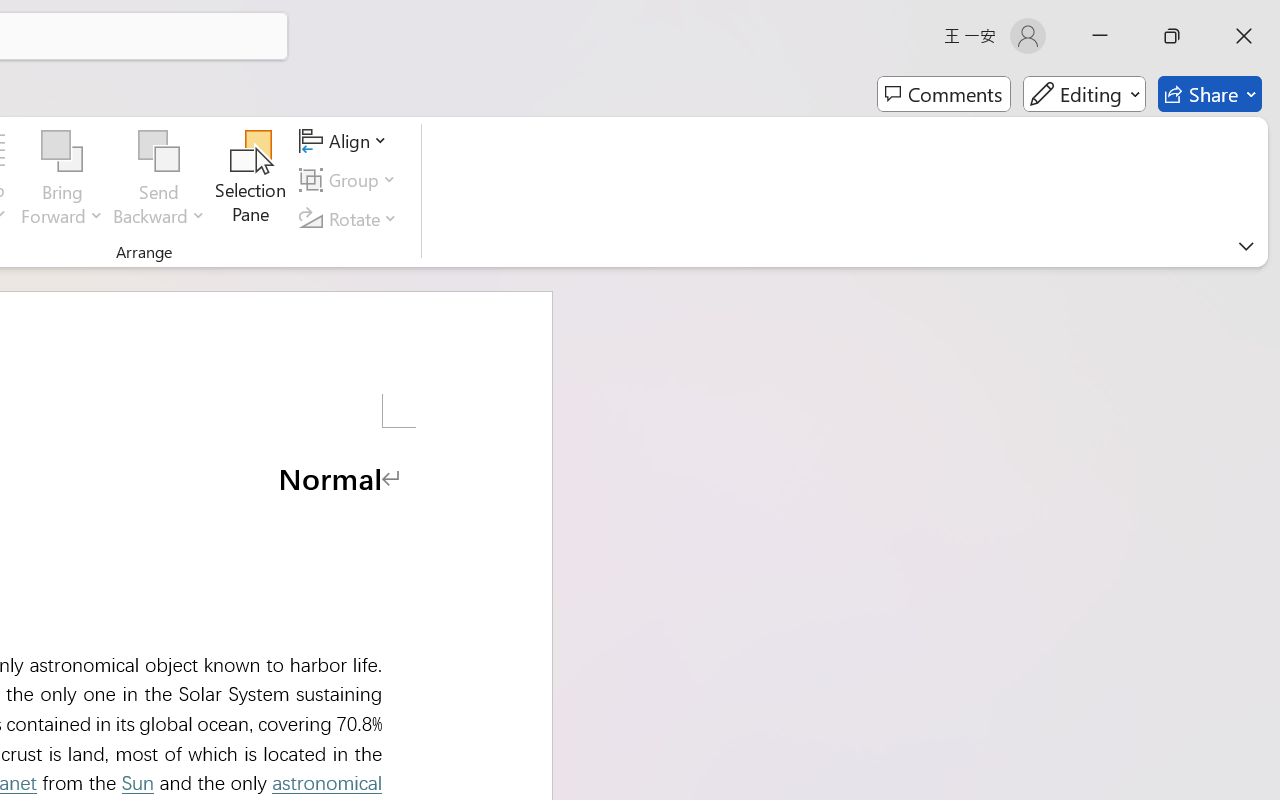 The image size is (1280, 800). Describe the element at coordinates (136, 782) in the screenshot. I see `'Sun'` at that location.